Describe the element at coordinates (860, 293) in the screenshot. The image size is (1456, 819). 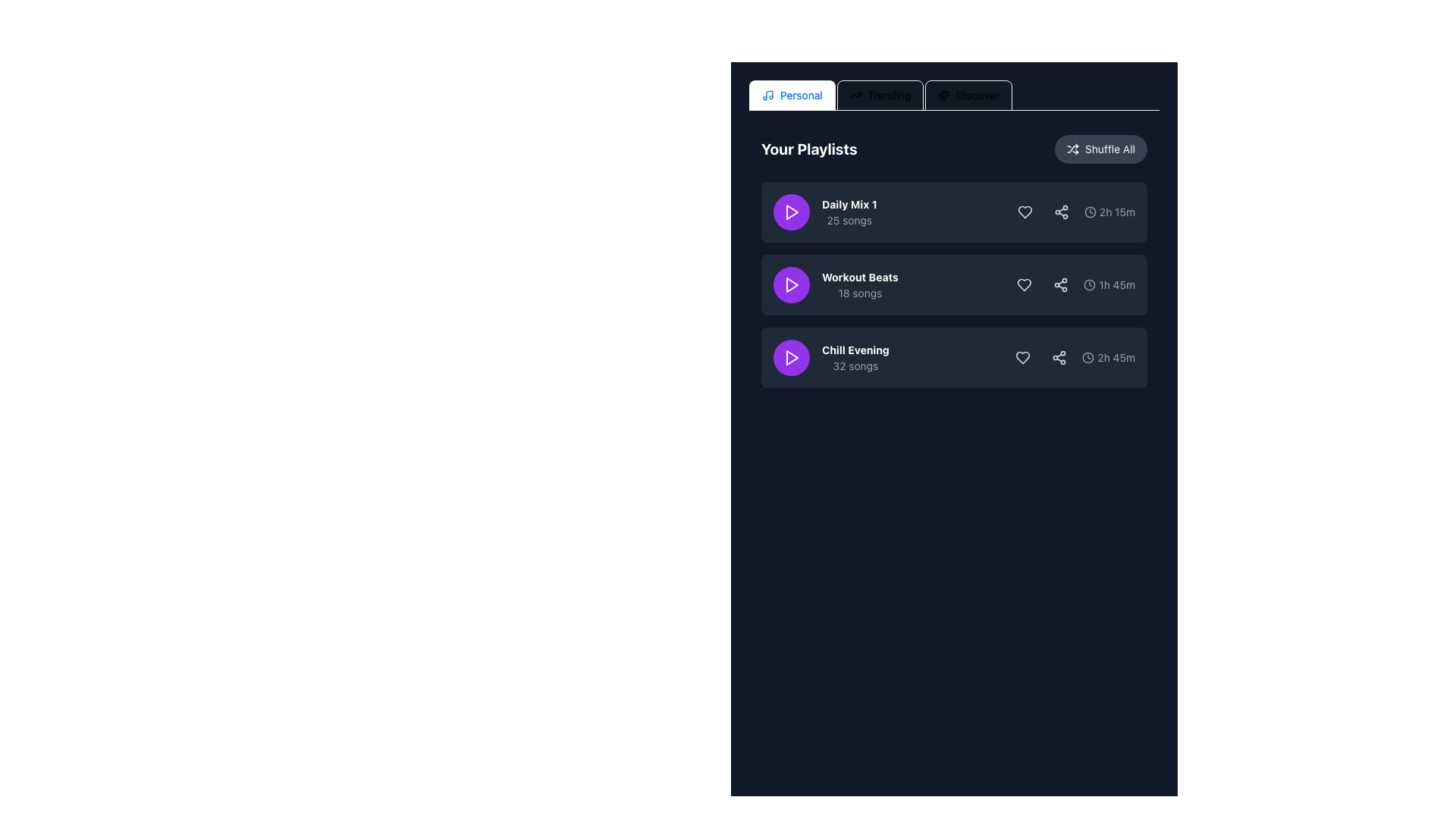
I see `the text label displaying '18 songs' in a small-sized gray font, located below the 'Workout Beats' title in the 'Your Playlists' section` at that location.